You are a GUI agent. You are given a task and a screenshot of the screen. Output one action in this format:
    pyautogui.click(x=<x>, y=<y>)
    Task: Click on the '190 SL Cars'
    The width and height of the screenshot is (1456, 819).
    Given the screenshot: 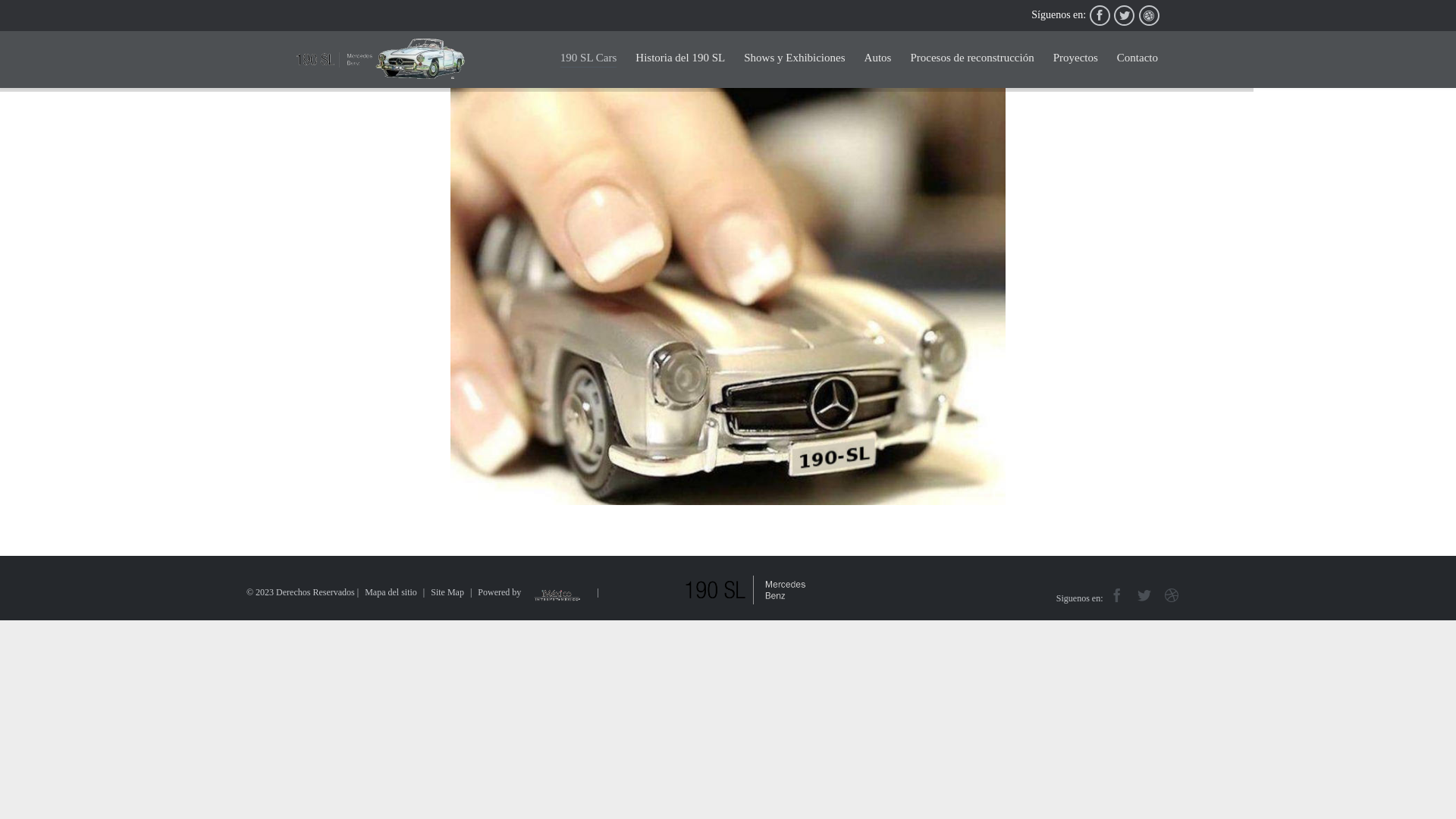 What is the action you would take?
    pyautogui.click(x=588, y=57)
    